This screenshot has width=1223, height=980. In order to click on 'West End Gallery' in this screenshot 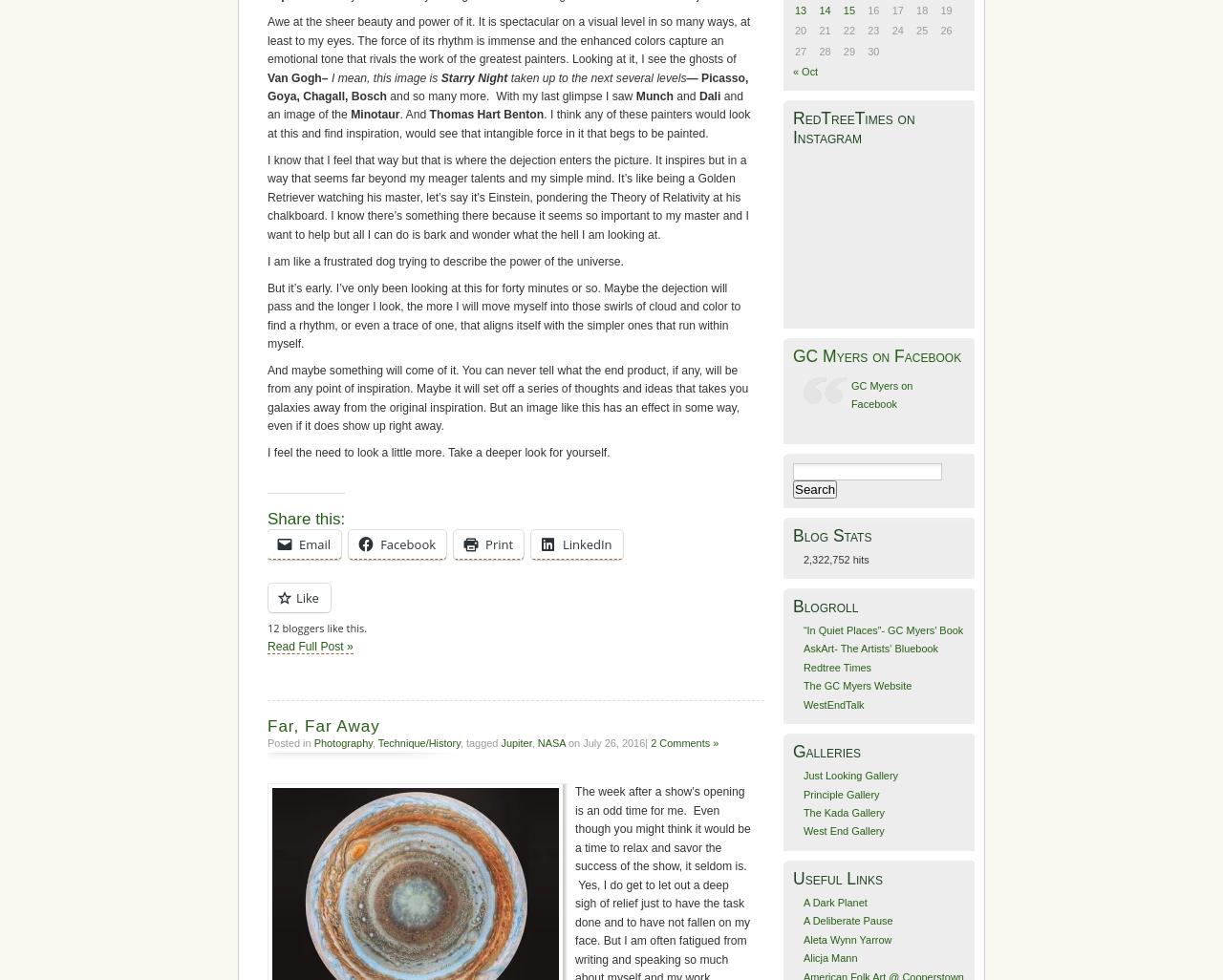, I will do `click(842, 831)`.